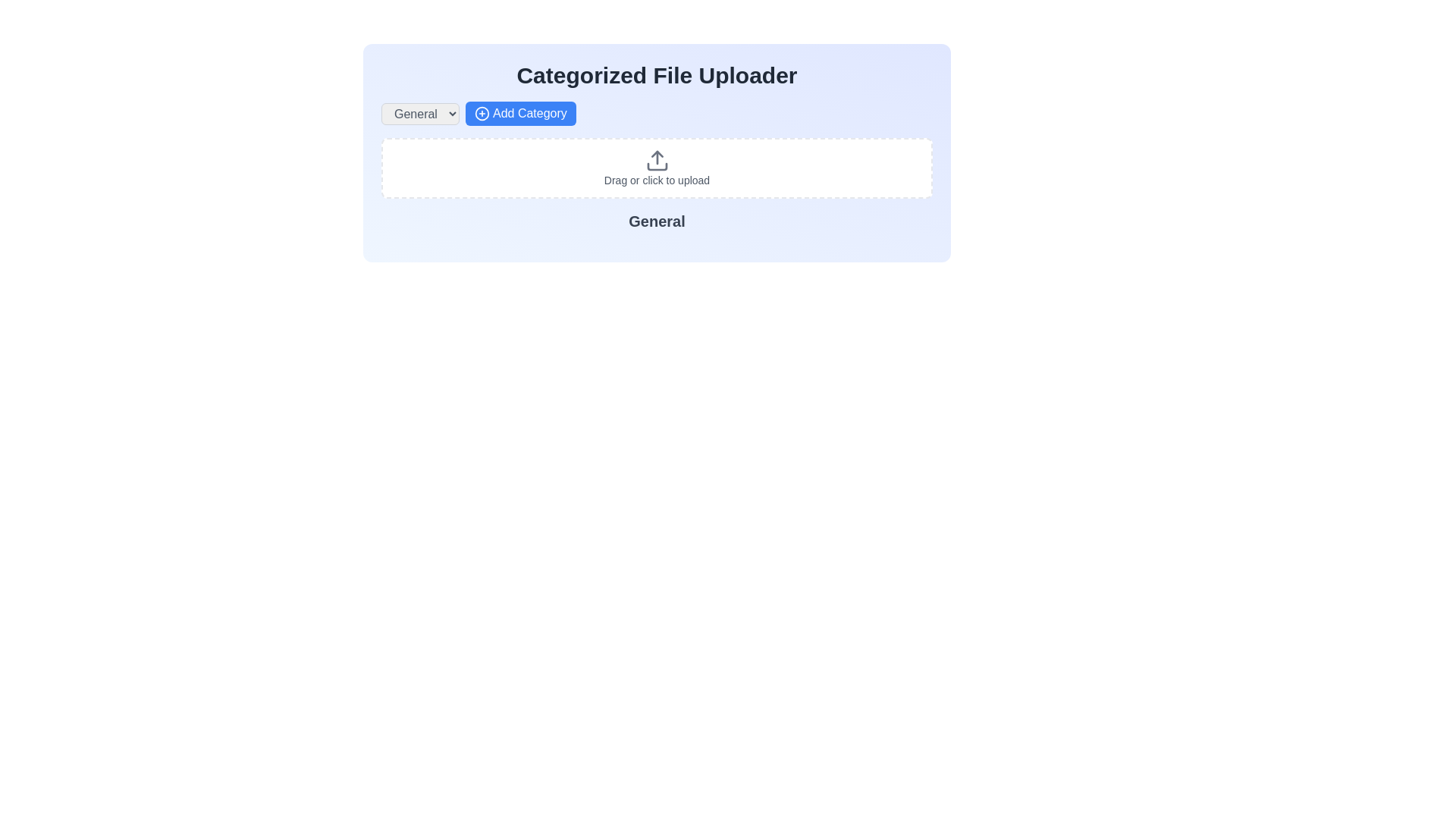 The width and height of the screenshot is (1456, 819). I want to click on the File upload area element with dashed borders and rounded corners, which is styled in white and shows a shadow effect upon hovering, so click(657, 168).